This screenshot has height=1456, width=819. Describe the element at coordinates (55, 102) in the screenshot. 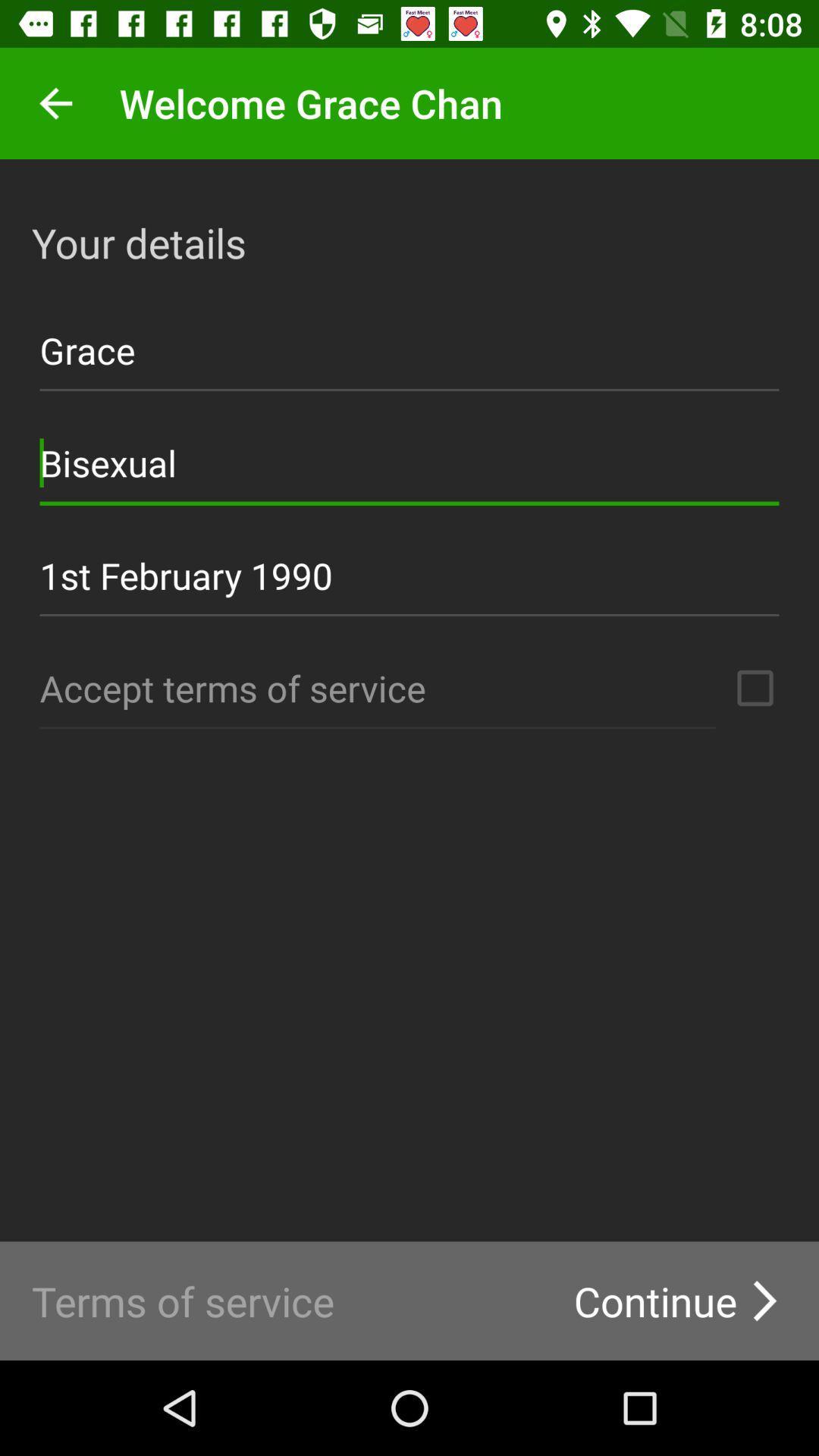

I see `previous app menu` at that location.